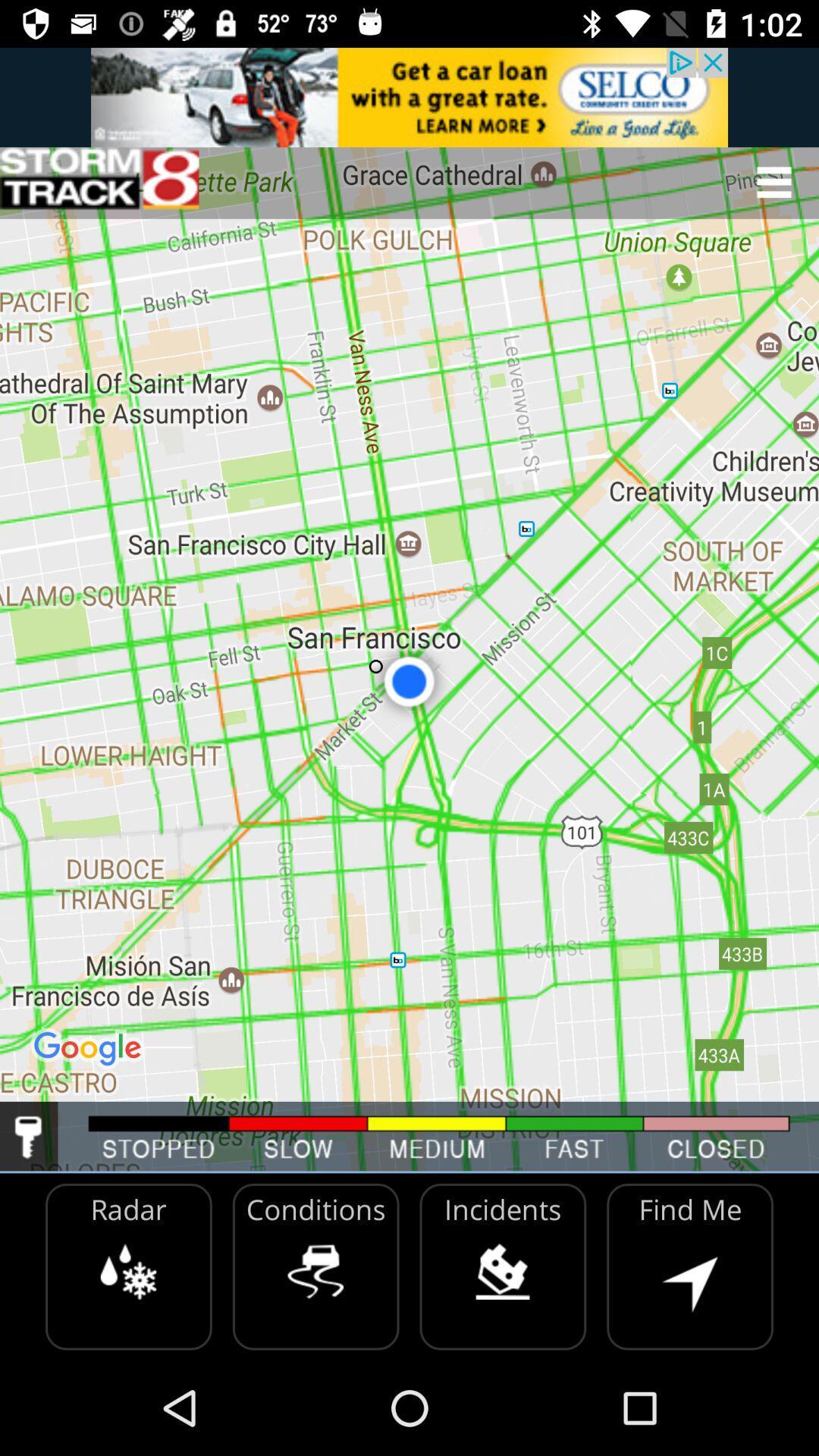 The height and width of the screenshot is (1456, 819). What do you see at coordinates (409, 96) in the screenshot?
I see `advertisement` at bounding box center [409, 96].